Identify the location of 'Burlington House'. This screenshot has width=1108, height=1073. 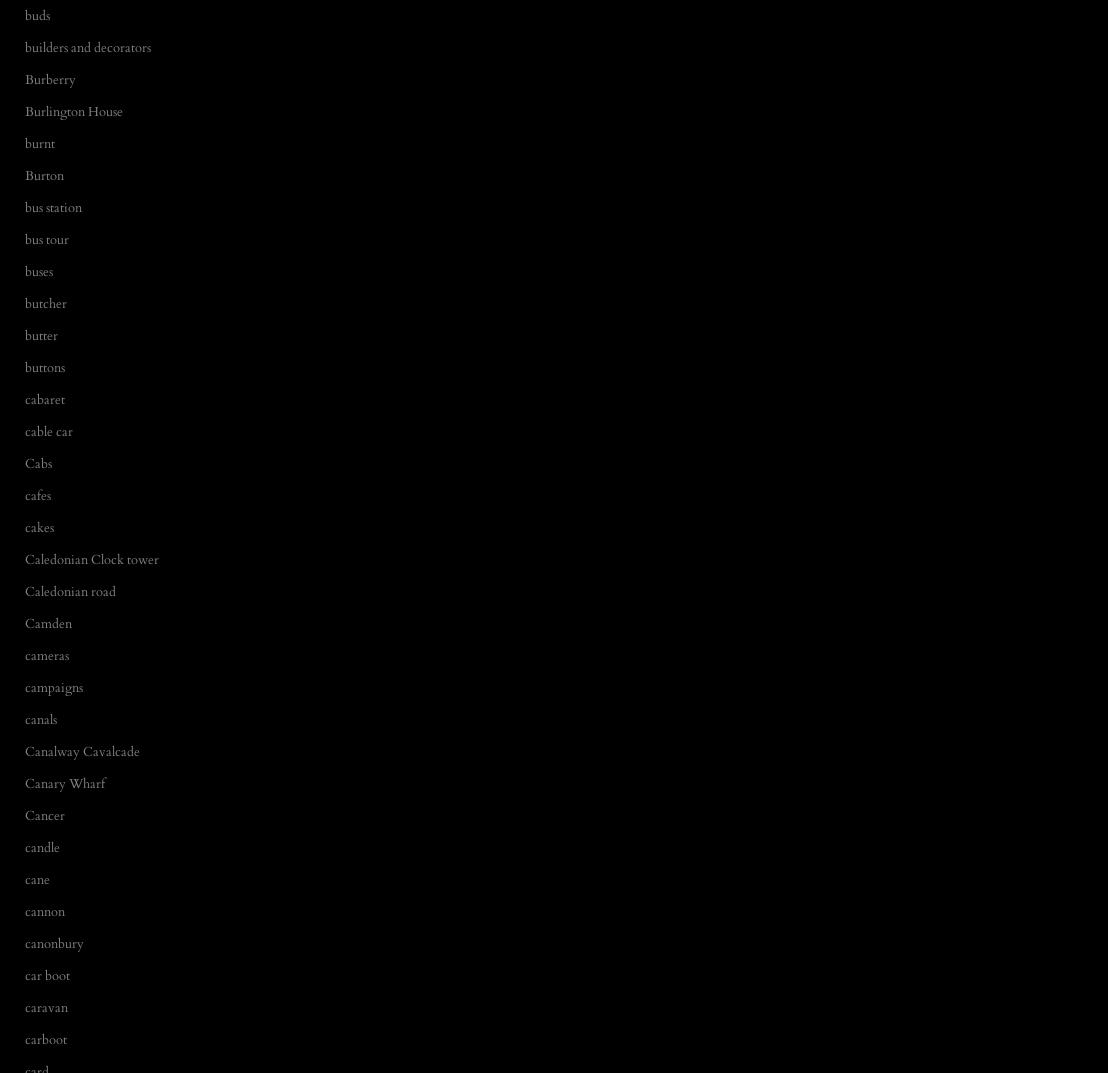
(73, 110).